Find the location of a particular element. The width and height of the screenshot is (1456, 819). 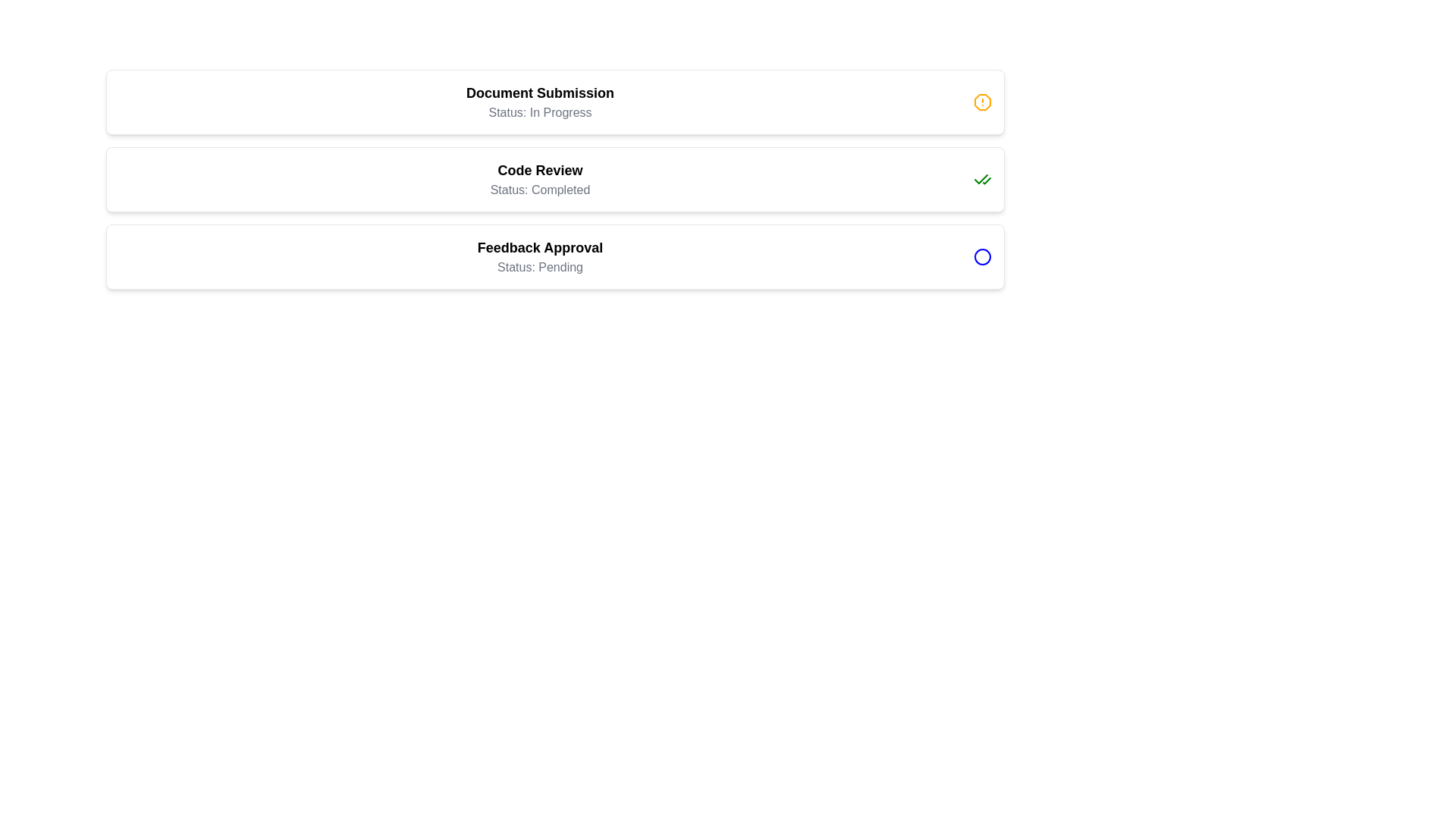

the 'Feedback Approval' text label within the card component that contains the status 'Pending', which is the third card in the vertically stacked list is located at coordinates (540, 256).